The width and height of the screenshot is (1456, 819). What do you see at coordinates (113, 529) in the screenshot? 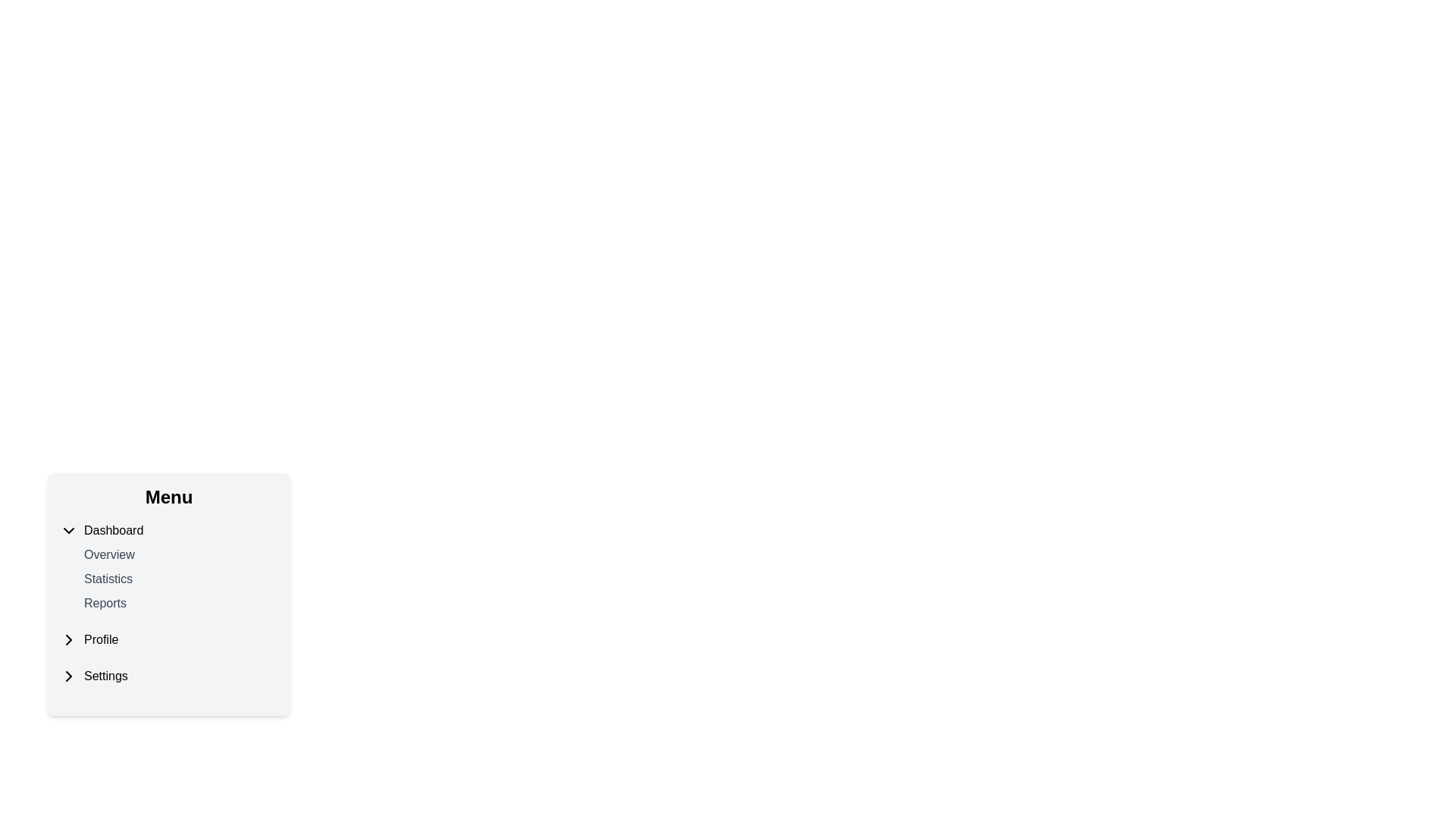
I see `the 'Dashboard' text label located in the top left of the vertical menu, following the downward chevron icon` at bounding box center [113, 529].